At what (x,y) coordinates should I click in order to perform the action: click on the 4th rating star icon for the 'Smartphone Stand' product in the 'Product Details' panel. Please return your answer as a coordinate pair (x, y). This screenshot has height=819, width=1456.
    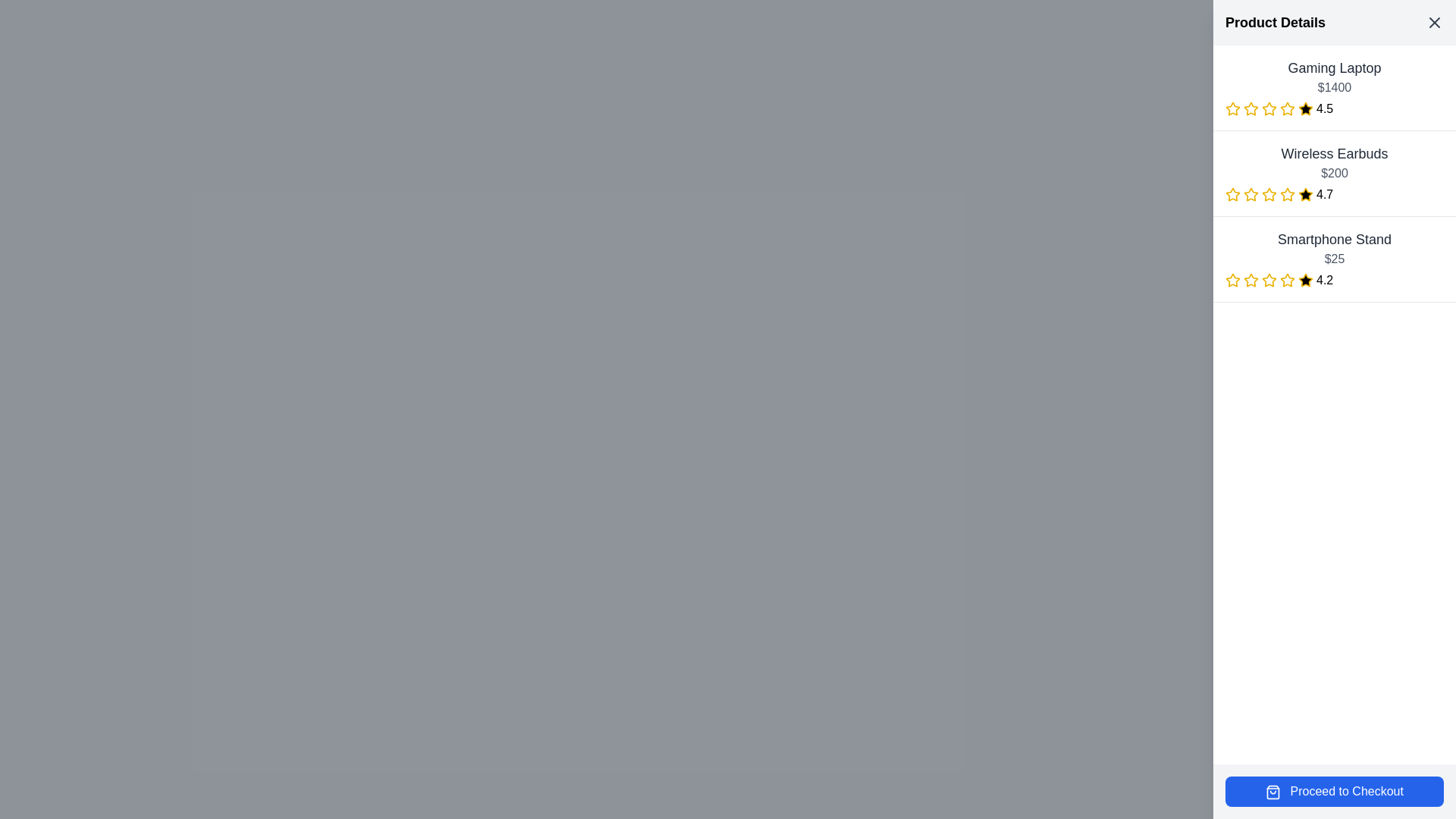
    Looking at the image, I should click on (1305, 281).